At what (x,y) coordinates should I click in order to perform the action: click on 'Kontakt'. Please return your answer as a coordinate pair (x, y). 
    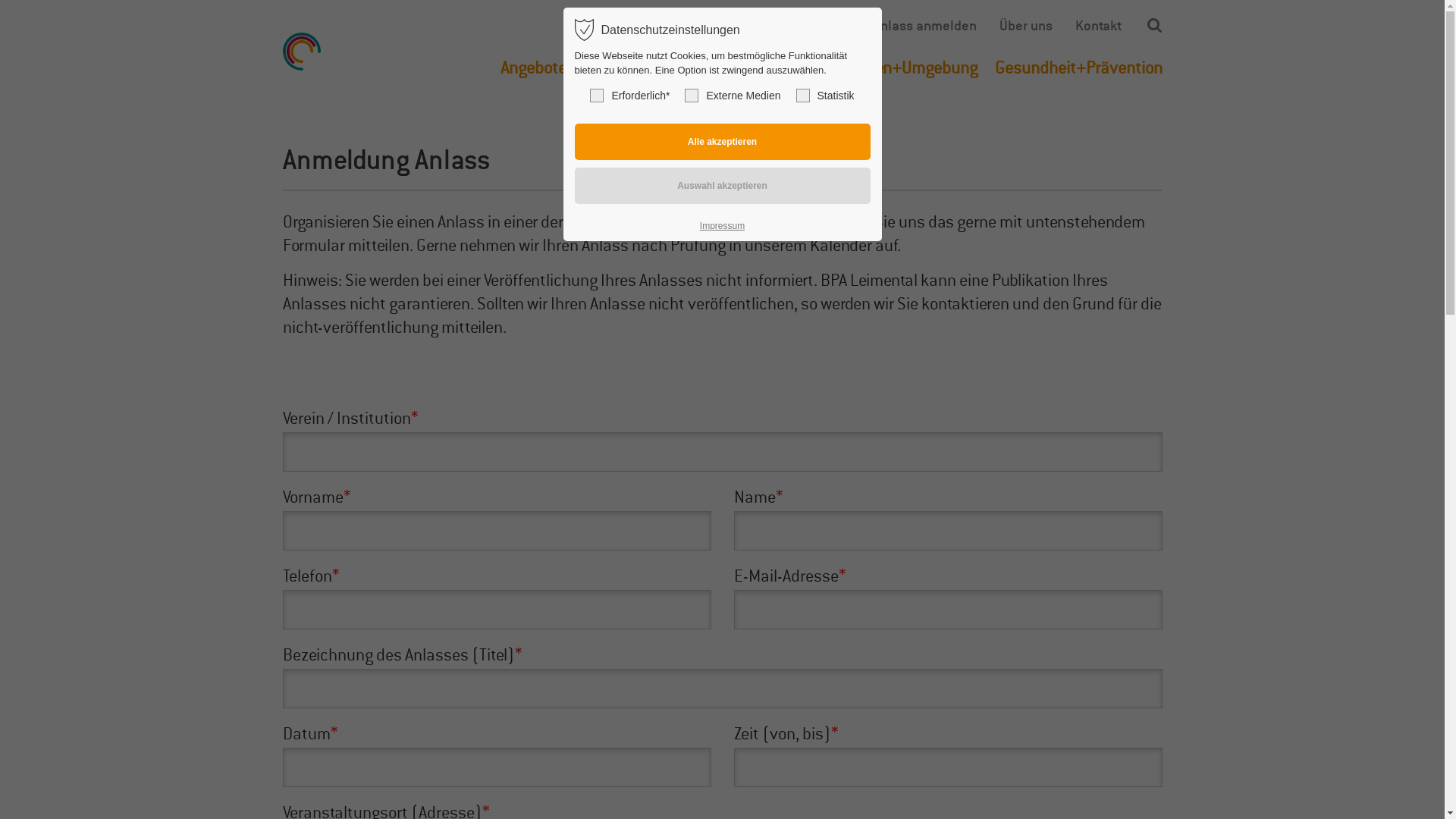
    Looking at the image, I should click on (1074, 25).